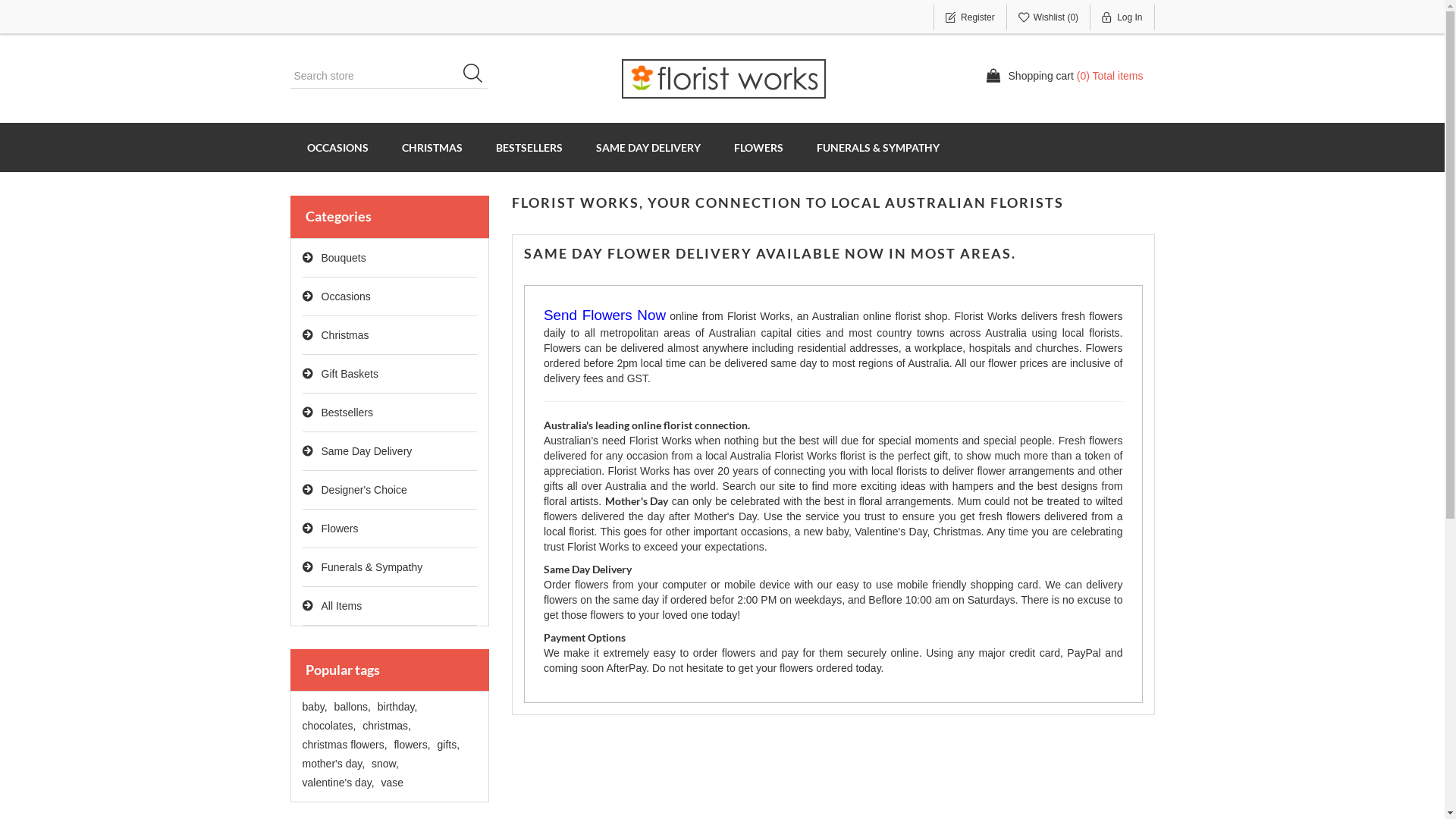  I want to click on 'gifts,', so click(447, 744).